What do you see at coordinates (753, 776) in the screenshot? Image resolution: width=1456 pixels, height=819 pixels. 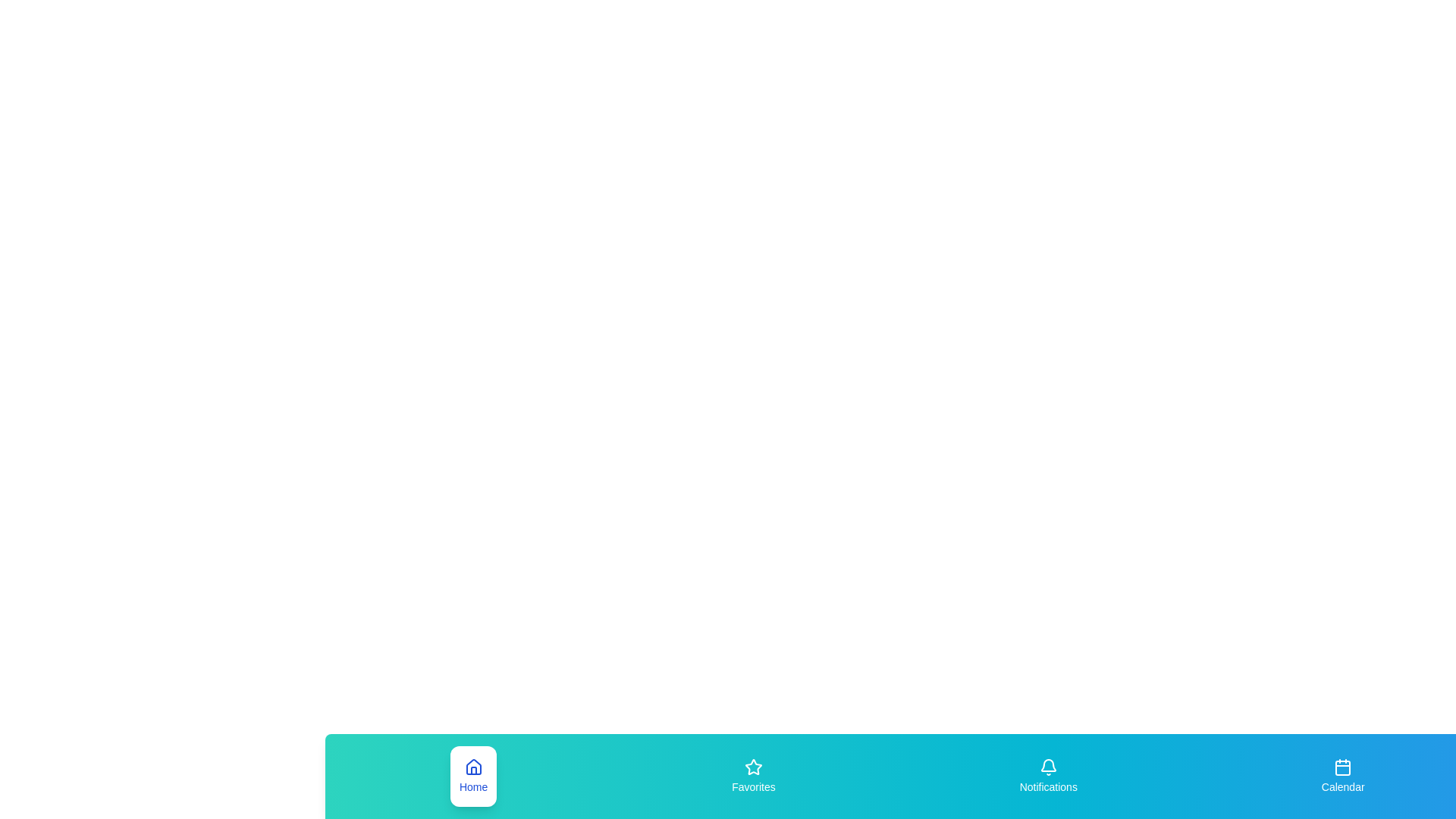 I see `the Favorites button to inspect its tooltip` at bounding box center [753, 776].